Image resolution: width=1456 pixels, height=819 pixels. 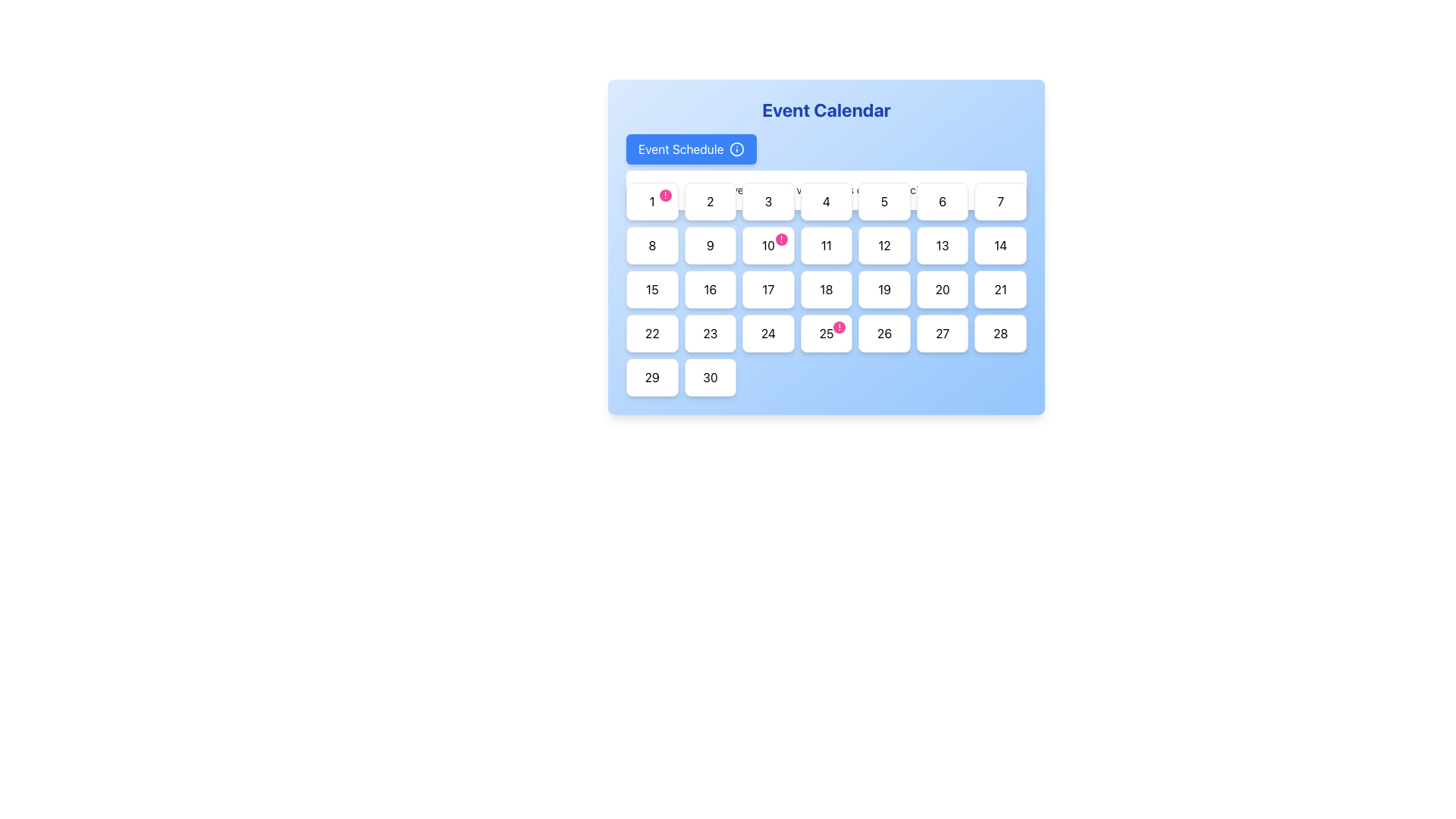 I want to click on the card representing the tenth day in the Event Calendar grid, which displays the number '10' and may have a badge indicating a special event, so click(x=768, y=245).